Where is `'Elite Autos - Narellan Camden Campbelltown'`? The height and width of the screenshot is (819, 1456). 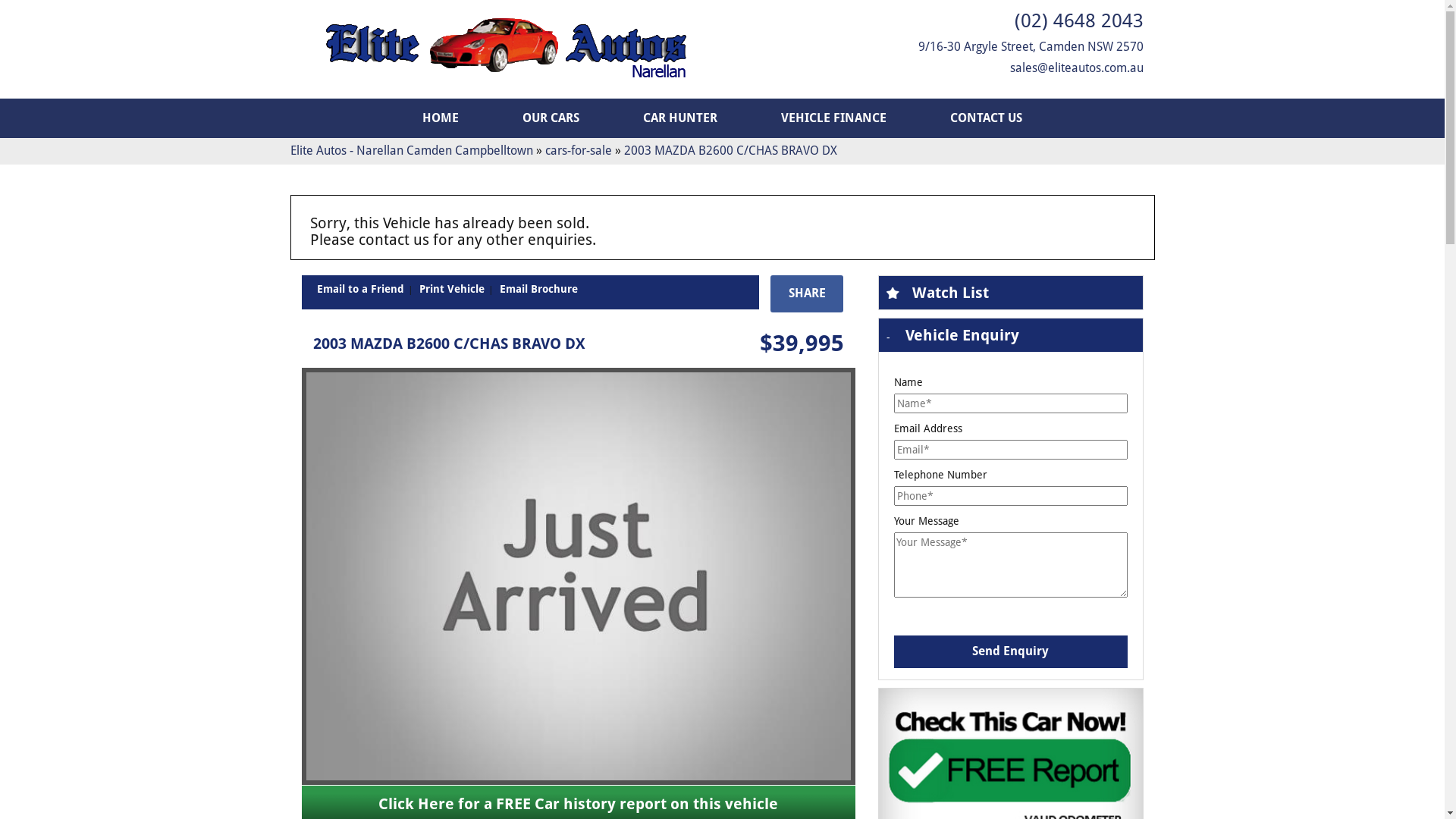 'Elite Autos - Narellan Camden Campbelltown' is located at coordinates (411, 150).